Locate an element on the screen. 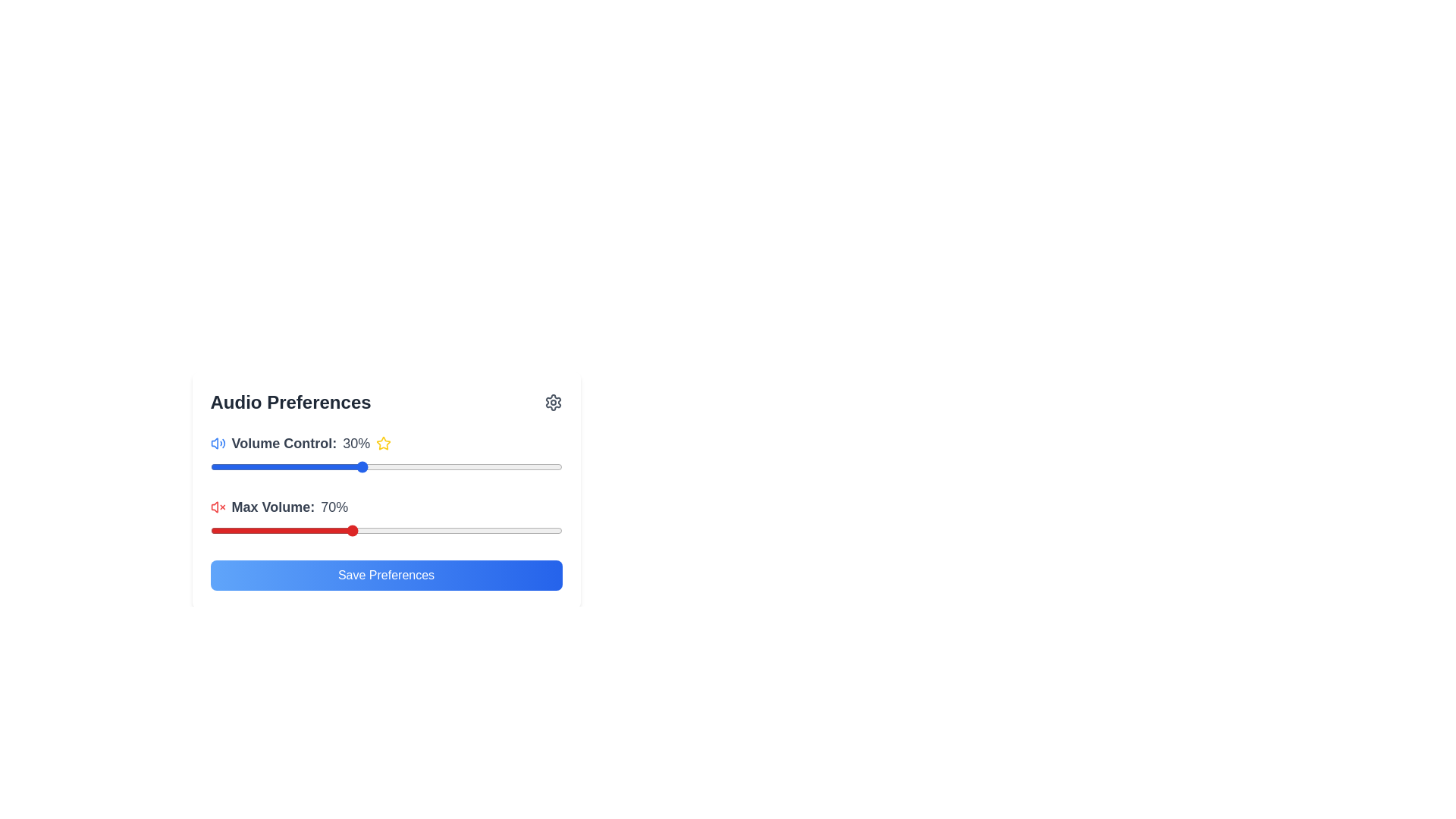 The width and height of the screenshot is (1456, 819). the blue-colored volume icon with sound waves located in the 'Volume Control' section, positioned to the left of '30%' and above the blue progress bar is located at coordinates (217, 444).